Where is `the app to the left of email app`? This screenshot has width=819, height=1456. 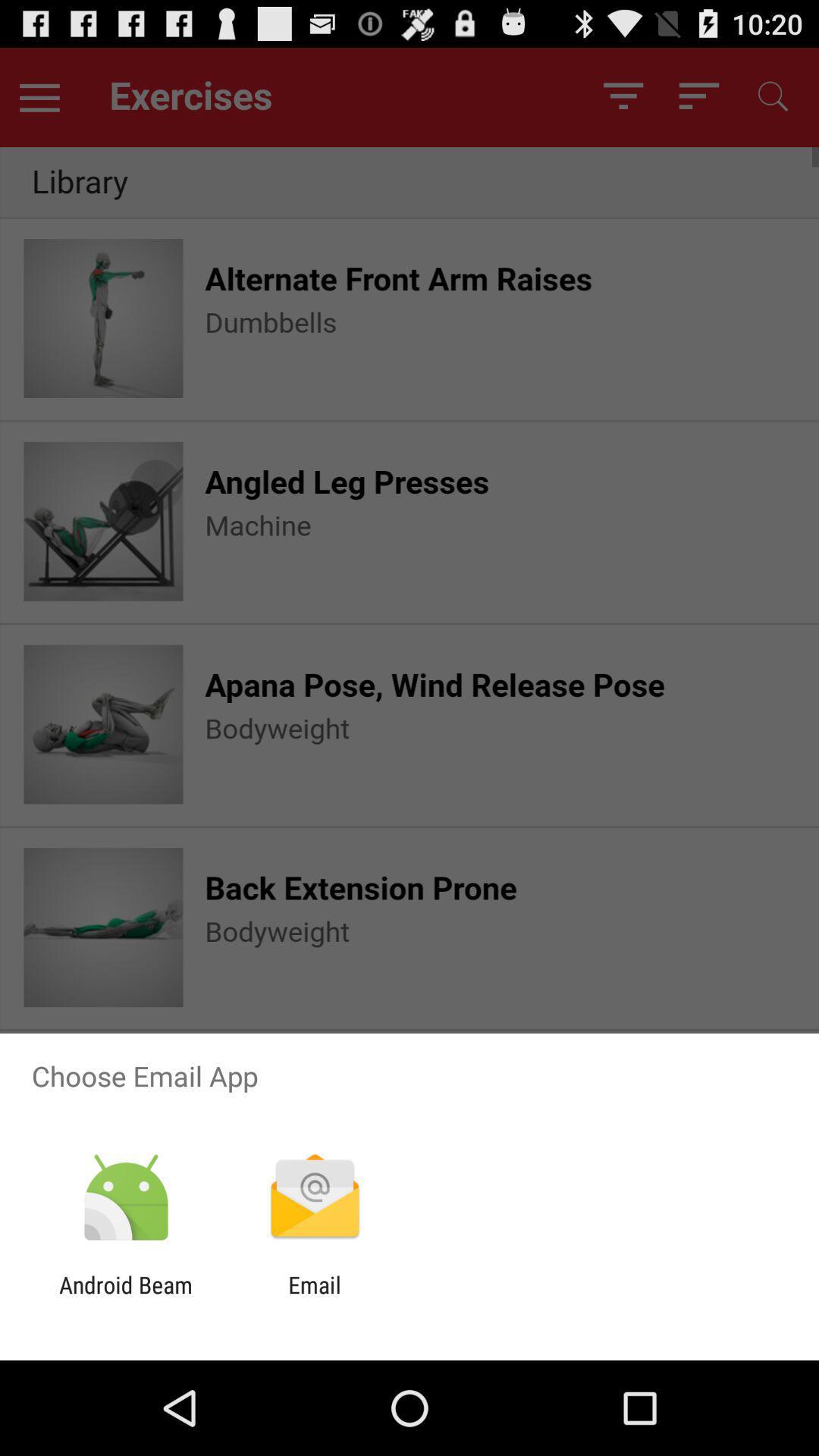
the app to the left of email app is located at coordinates (125, 1298).